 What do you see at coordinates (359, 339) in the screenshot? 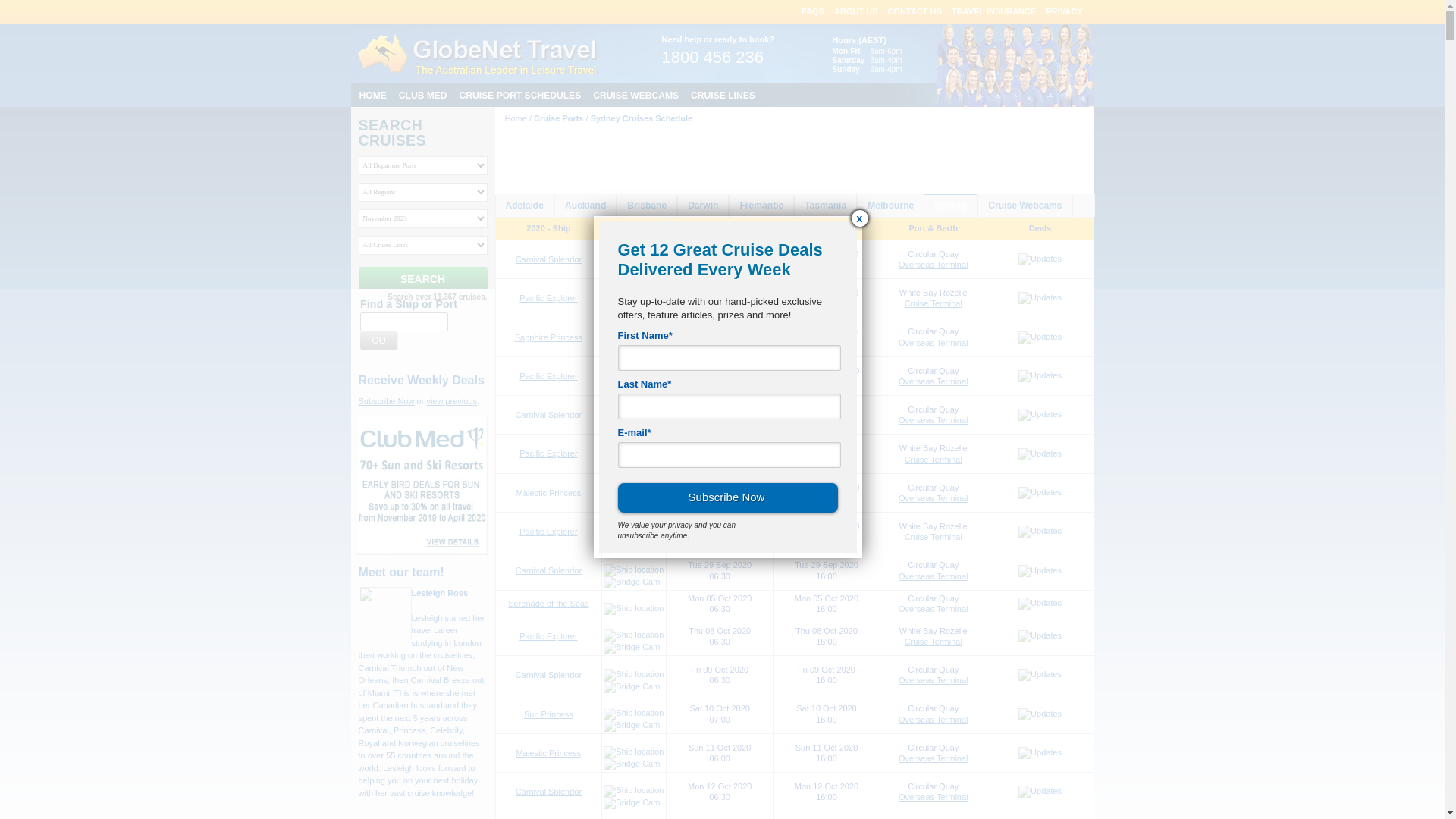
I see `'GO'` at bounding box center [359, 339].